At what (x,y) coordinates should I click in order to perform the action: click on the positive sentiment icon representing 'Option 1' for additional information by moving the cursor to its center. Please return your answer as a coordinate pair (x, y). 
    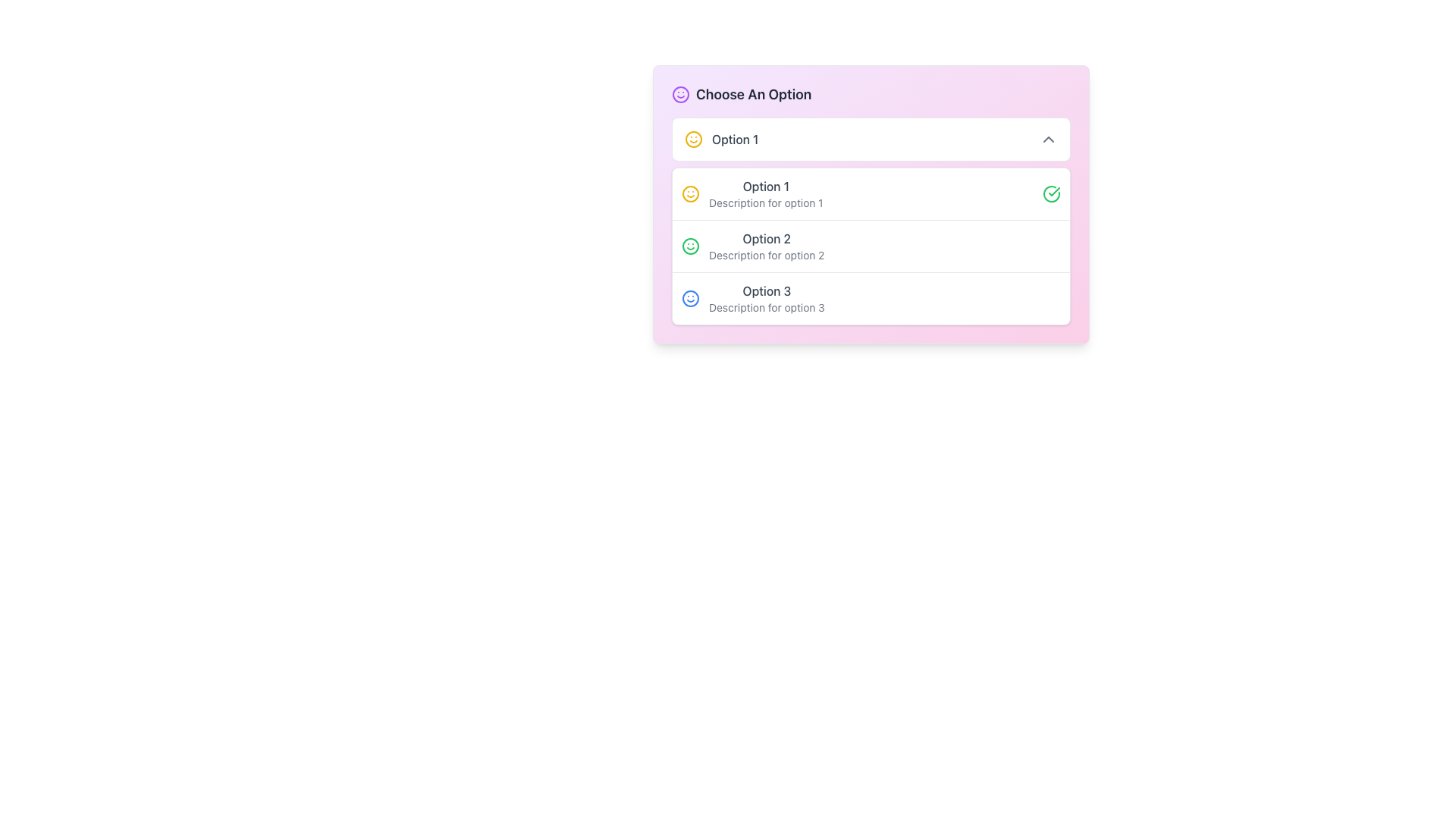
    Looking at the image, I should click on (690, 193).